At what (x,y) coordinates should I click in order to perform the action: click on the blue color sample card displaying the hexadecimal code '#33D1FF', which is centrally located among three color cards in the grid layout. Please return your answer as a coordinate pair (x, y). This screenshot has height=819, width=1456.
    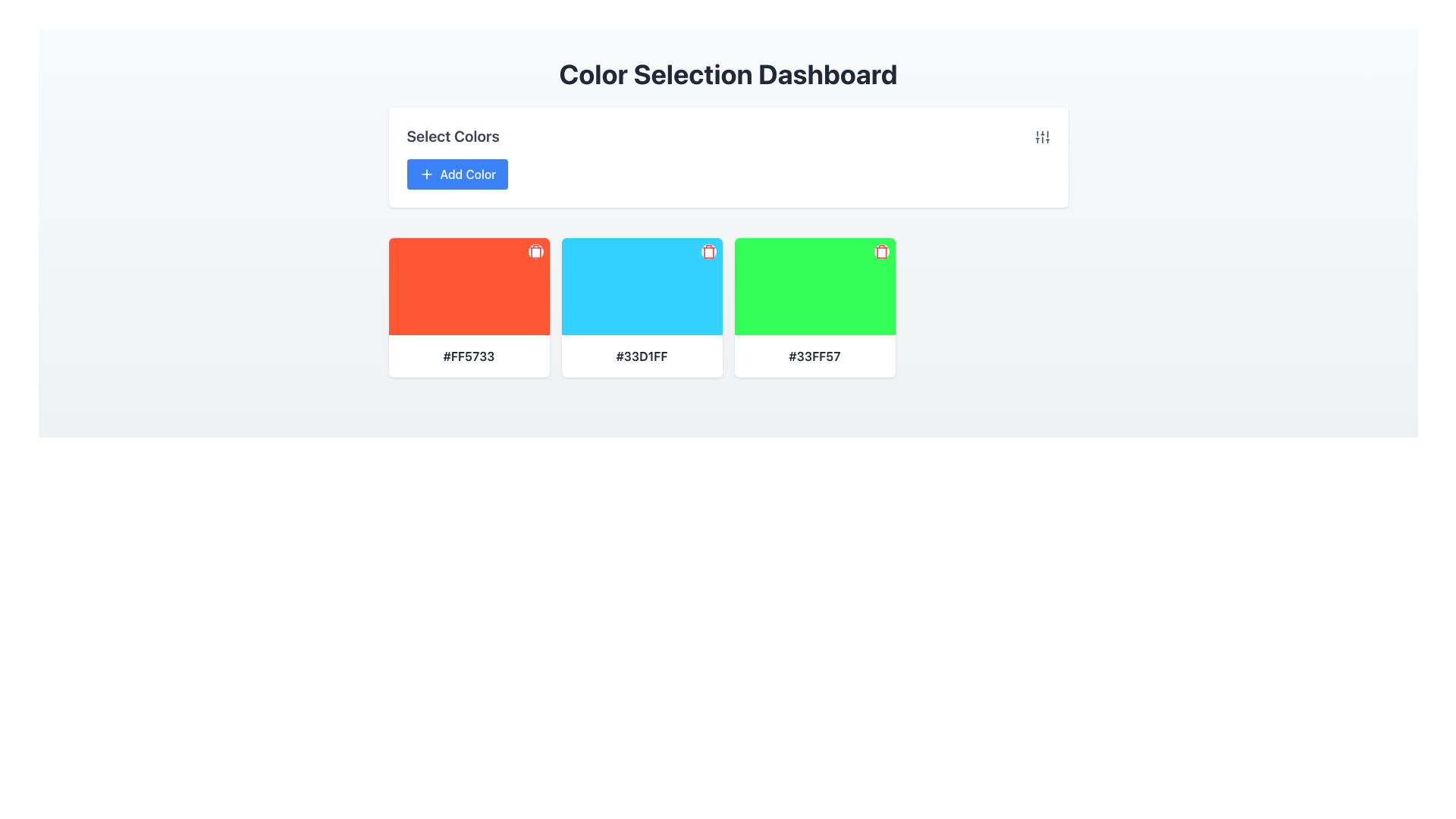
    Looking at the image, I should click on (642, 307).